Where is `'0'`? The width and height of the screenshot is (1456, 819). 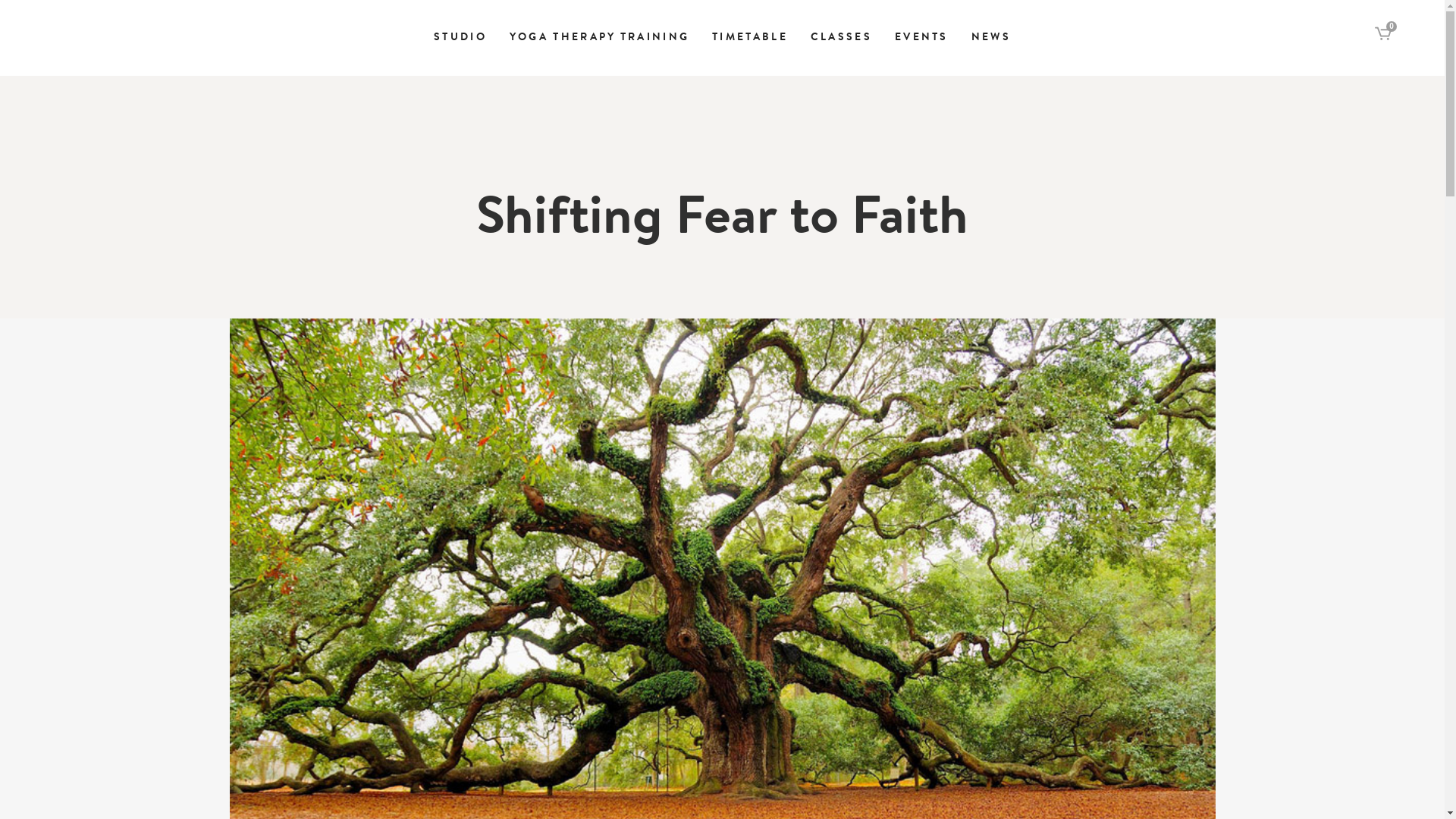
'0' is located at coordinates (1383, 35).